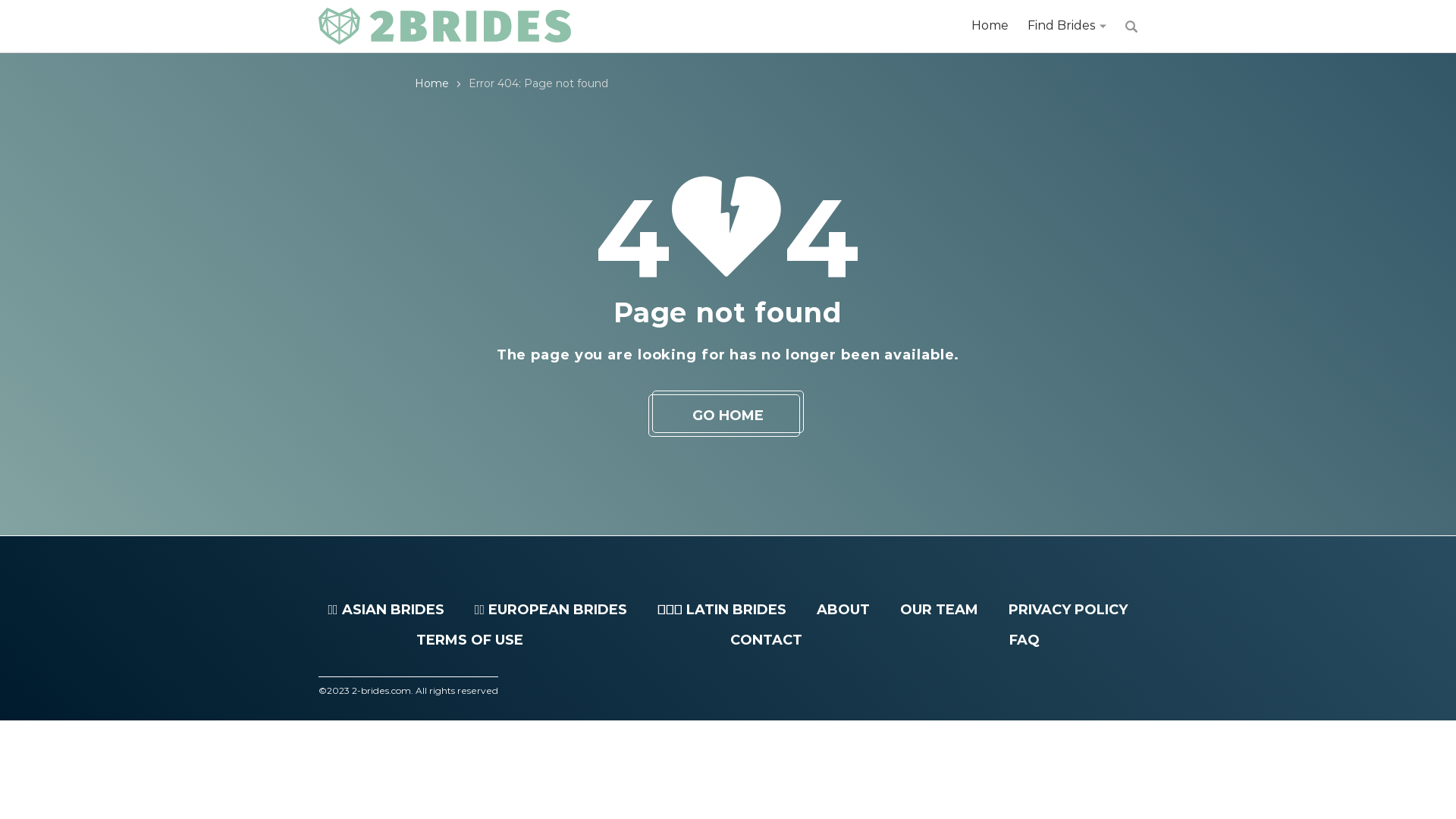  I want to click on '2Brides', so click(444, 26).